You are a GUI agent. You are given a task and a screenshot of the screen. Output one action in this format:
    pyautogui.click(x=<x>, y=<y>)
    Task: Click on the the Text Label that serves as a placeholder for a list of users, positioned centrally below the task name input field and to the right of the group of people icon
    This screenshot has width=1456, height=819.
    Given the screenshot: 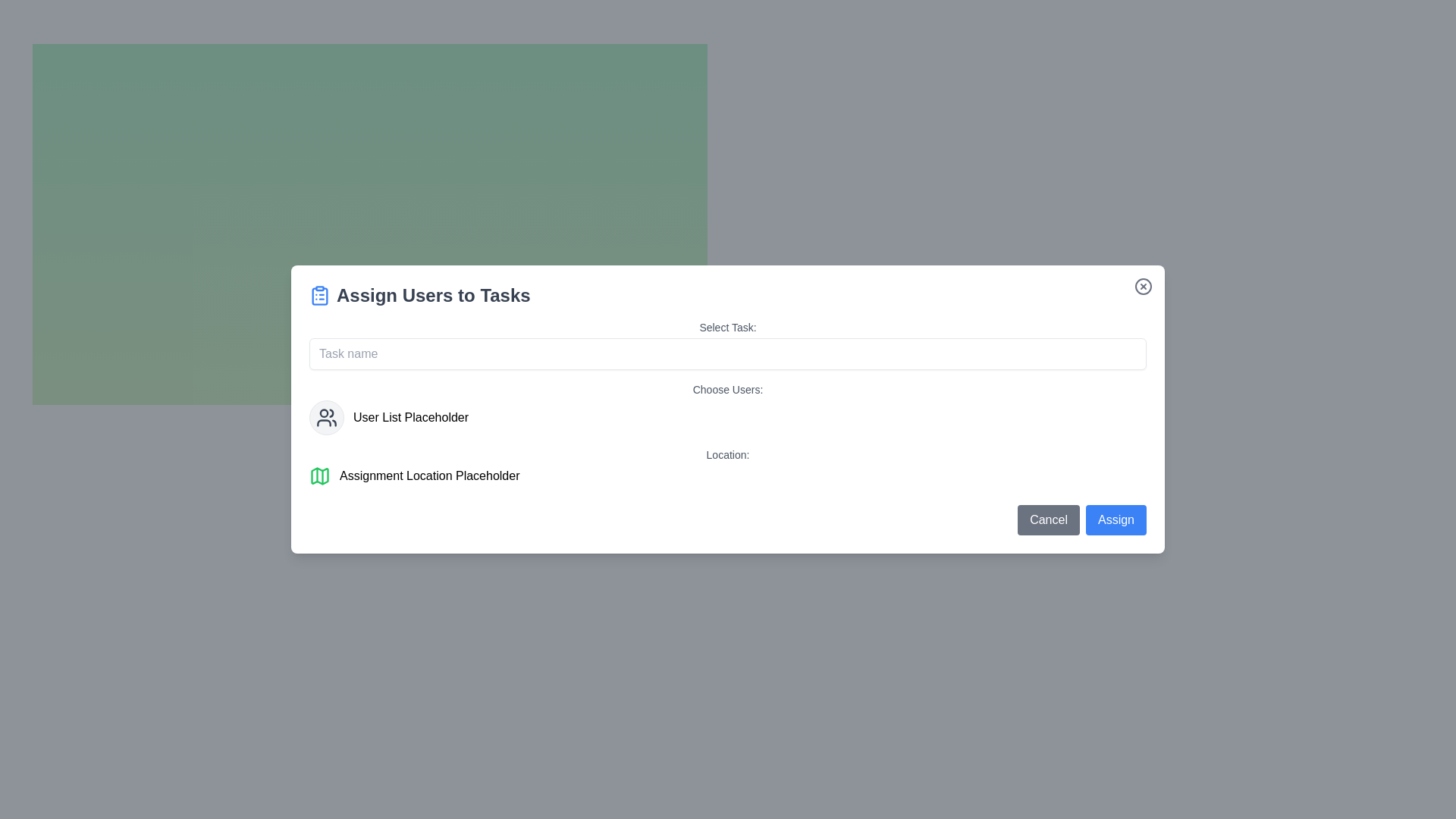 What is the action you would take?
    pyautogui.click(x=411, y=418)
    